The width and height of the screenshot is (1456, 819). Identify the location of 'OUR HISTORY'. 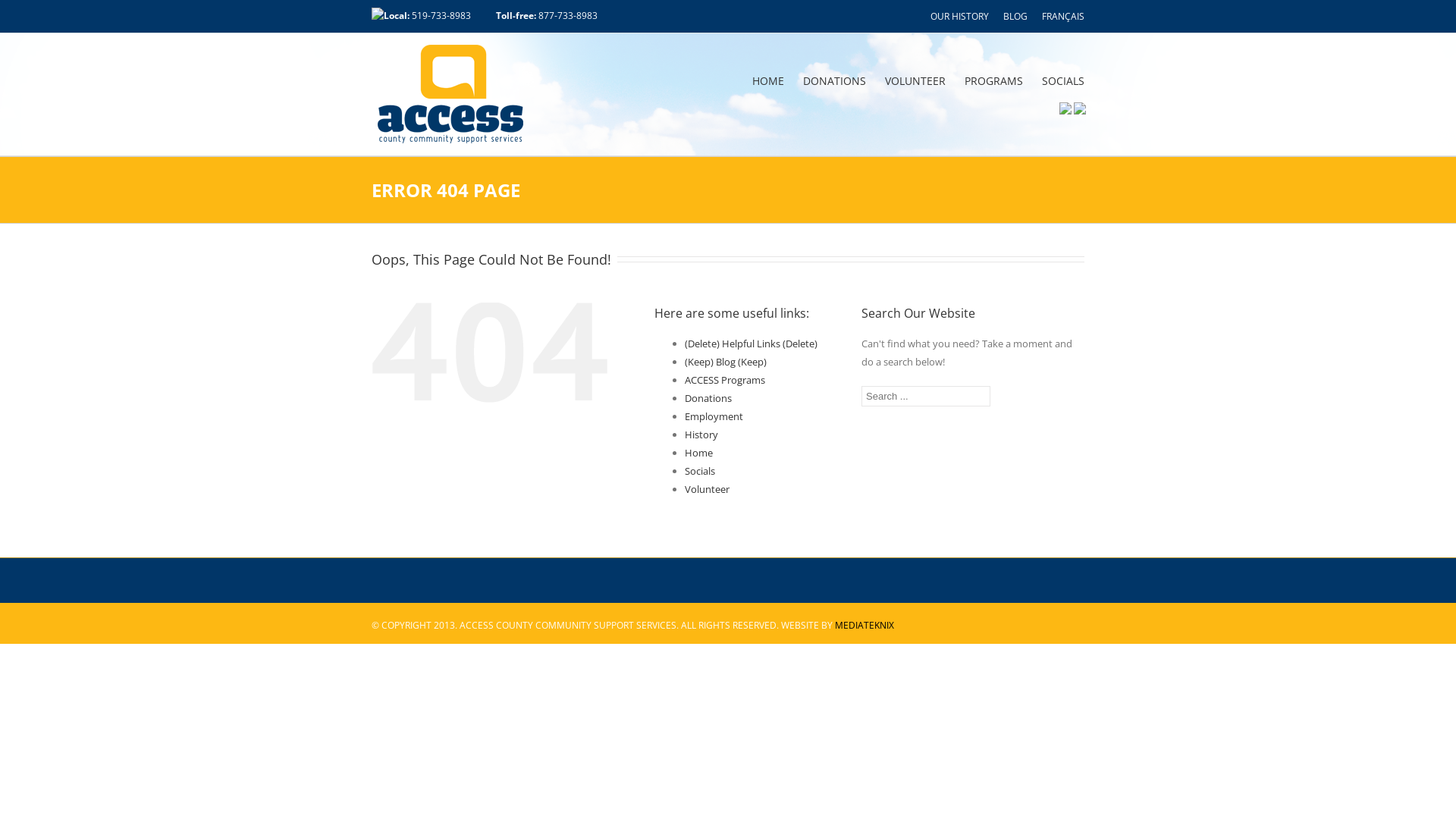
(959, 16).